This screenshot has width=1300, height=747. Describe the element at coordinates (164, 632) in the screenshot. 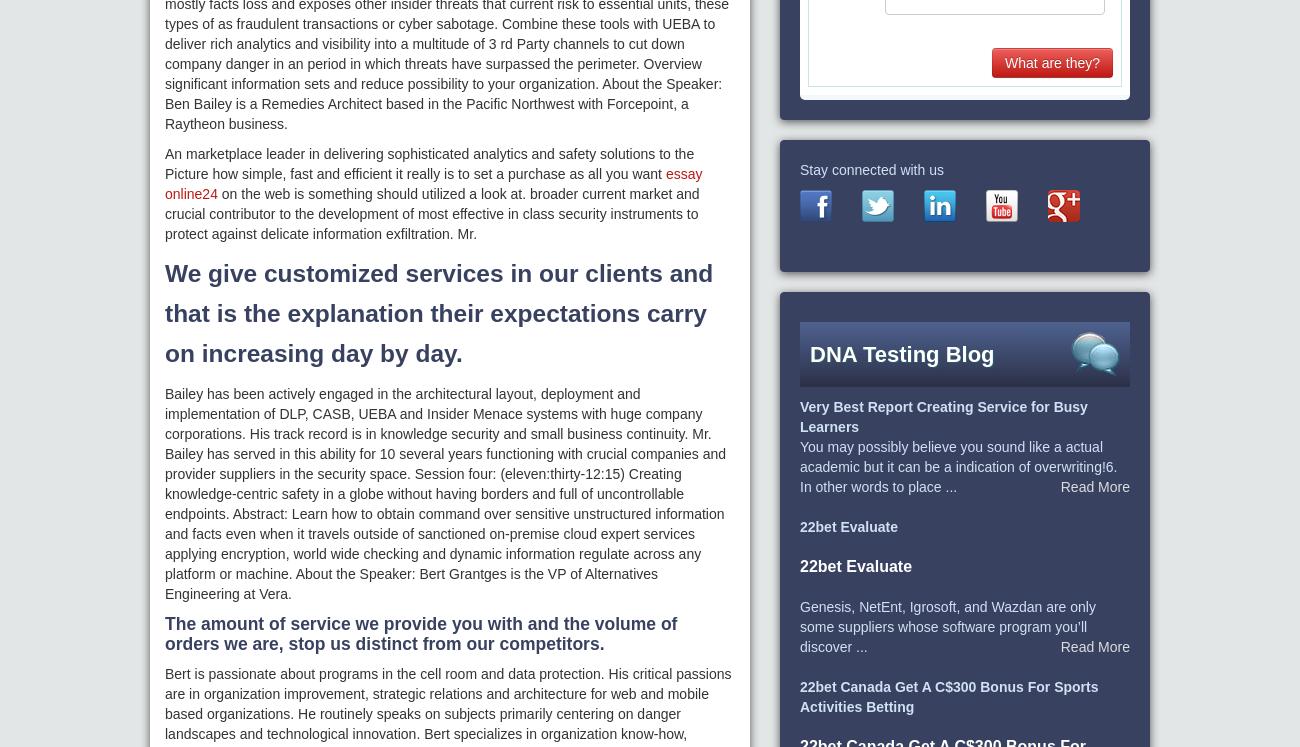

I see `'The amount of service we provide you with and the volume of orders we are, stop us distinct from our competitors.'` at that location.